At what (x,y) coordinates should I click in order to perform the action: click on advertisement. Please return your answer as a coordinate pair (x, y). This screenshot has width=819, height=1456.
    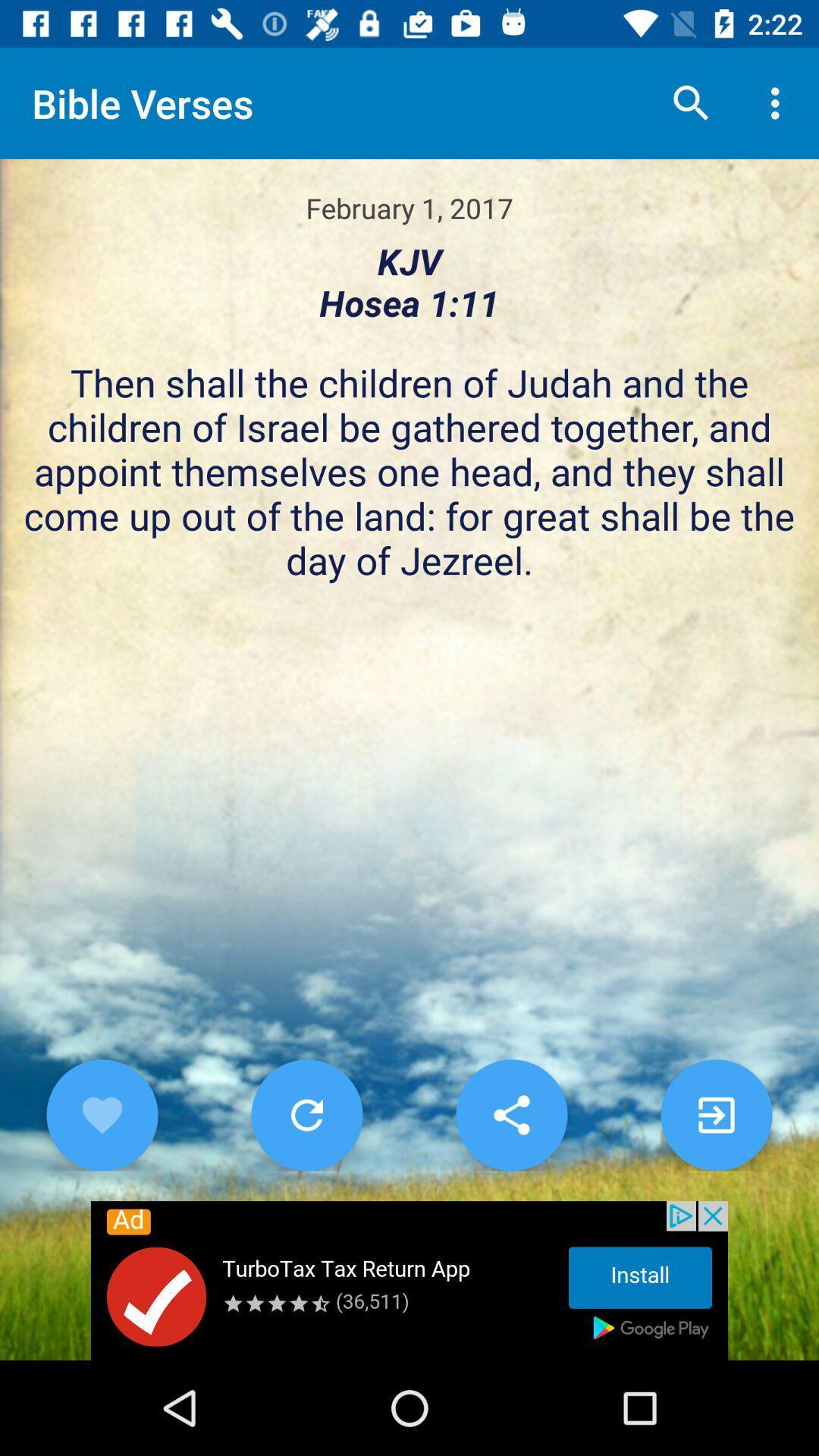
    Looking at the image, I should click on (409, 1280).